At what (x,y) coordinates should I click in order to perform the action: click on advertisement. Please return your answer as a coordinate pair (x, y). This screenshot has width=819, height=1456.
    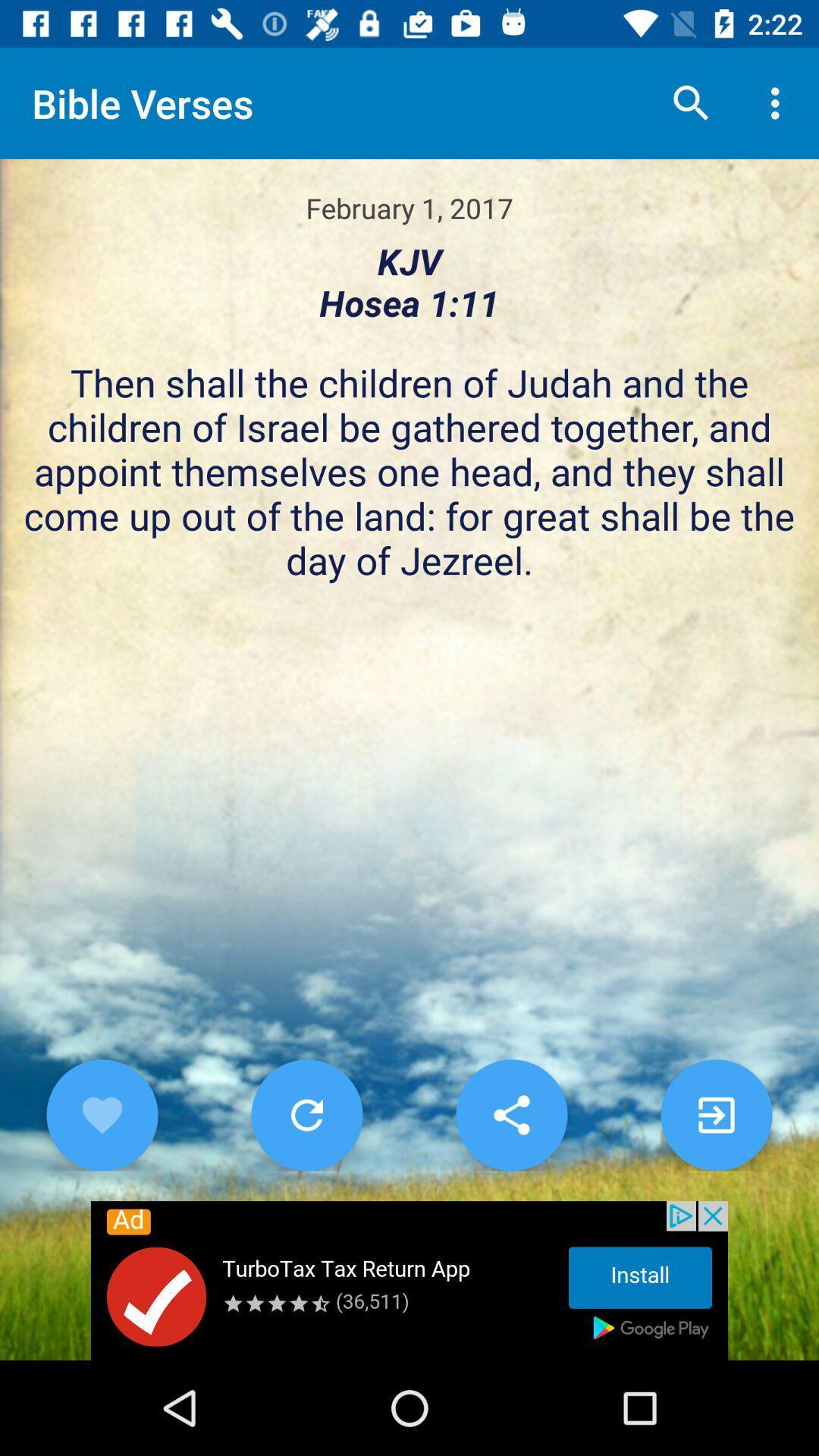
    Looking at the image, I should click on (409, 1280).